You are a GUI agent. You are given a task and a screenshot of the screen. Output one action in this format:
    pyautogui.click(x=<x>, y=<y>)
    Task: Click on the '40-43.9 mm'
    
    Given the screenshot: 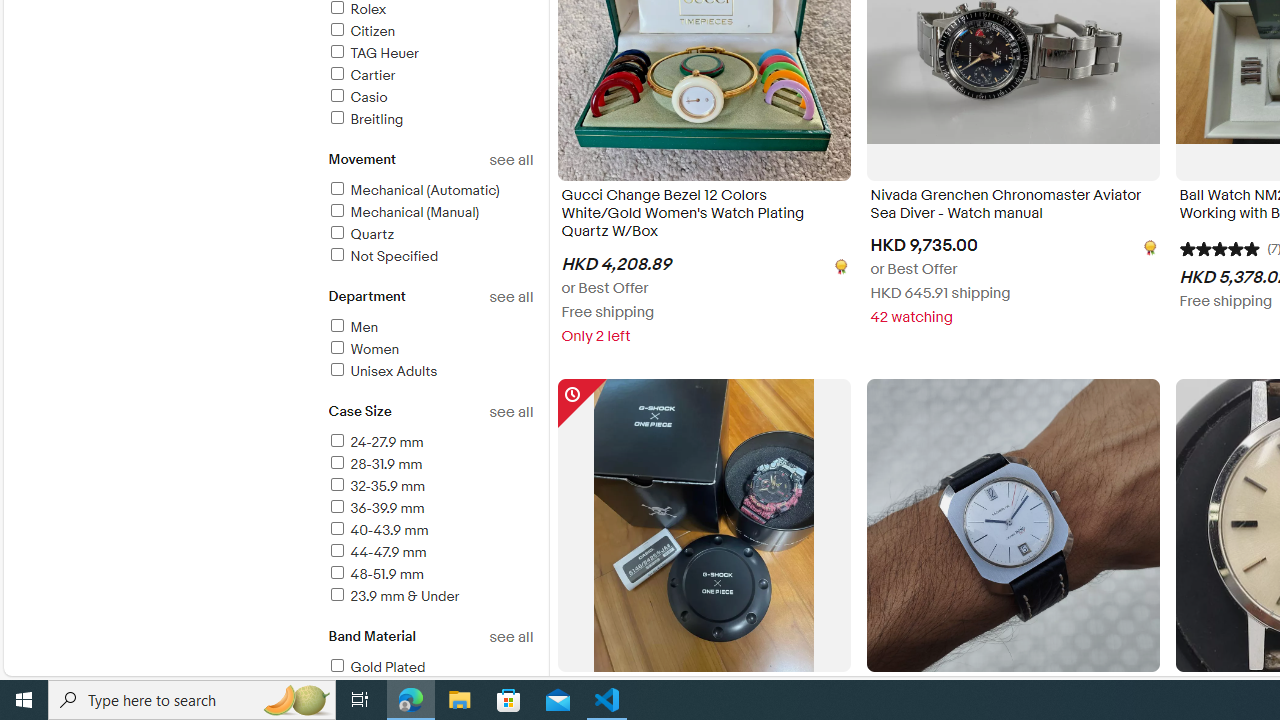 What is the action you would take?
    pyautogui.click(x=377, y=529)
    